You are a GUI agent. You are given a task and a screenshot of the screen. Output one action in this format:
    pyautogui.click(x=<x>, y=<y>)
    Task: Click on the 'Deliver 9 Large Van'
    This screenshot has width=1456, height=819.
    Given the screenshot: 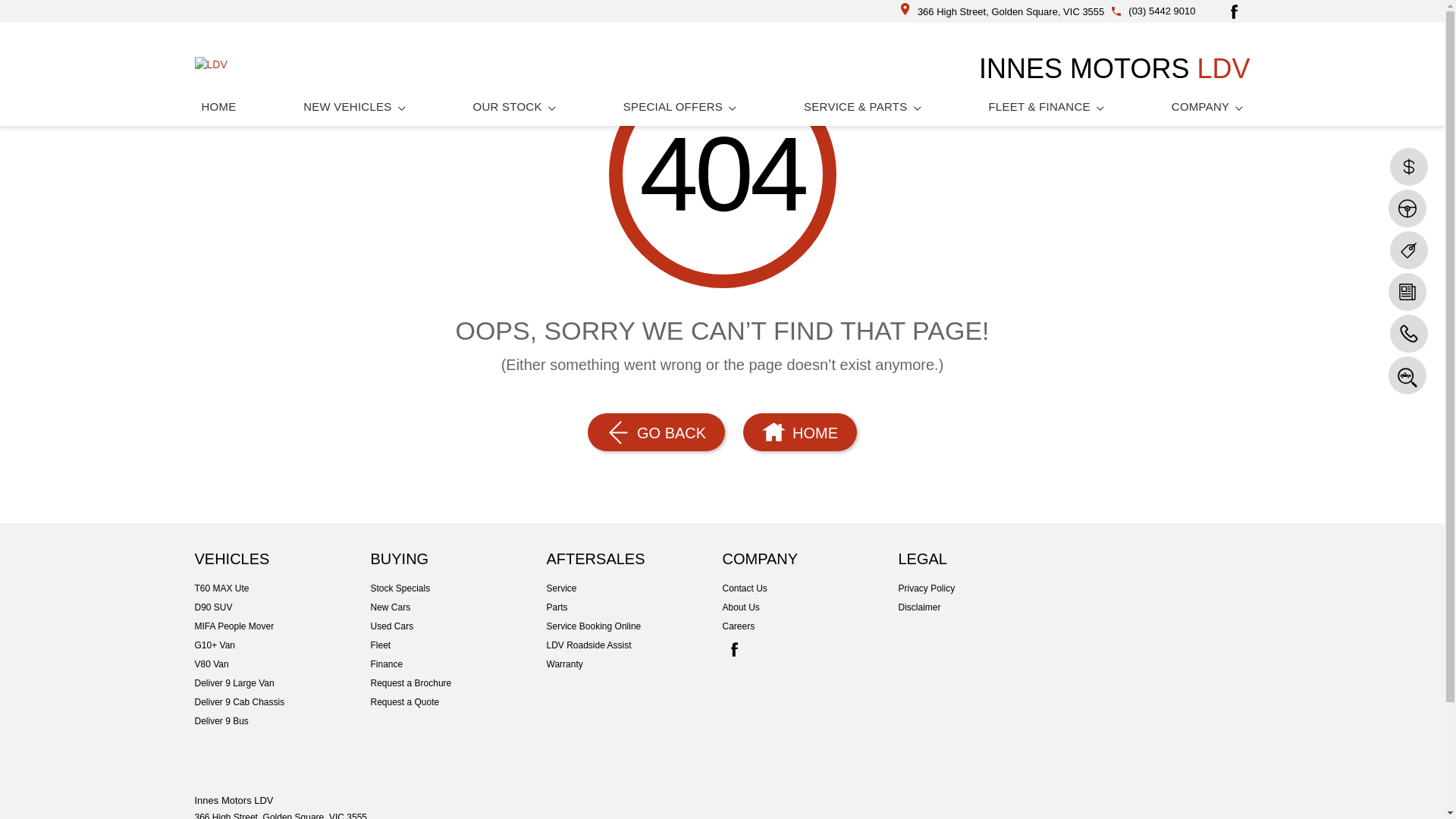 What is the action you would take?
    pyautogui.click(x=281, y=683)
    